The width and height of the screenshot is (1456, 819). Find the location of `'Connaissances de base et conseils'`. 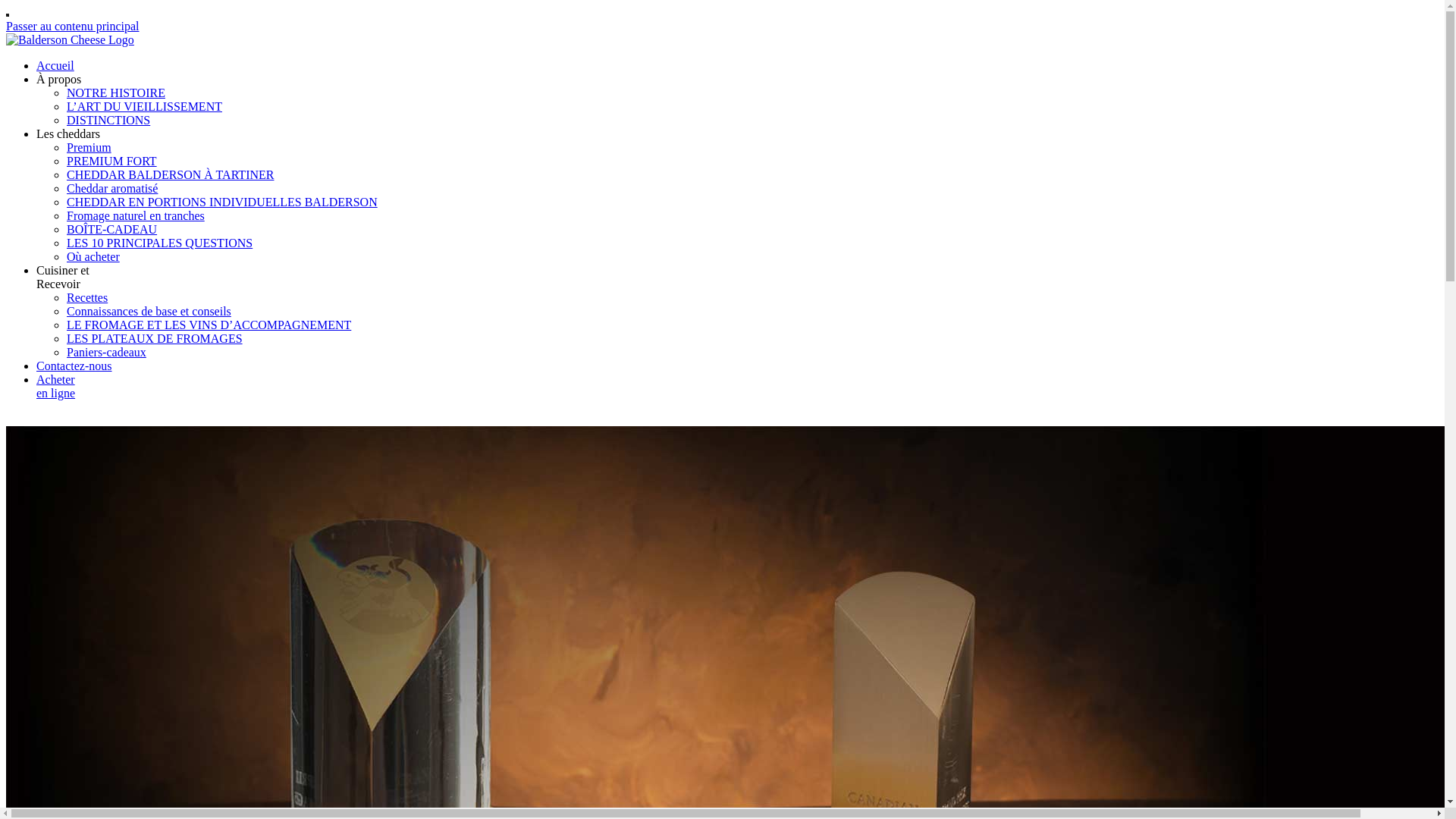

'Connaissances de base et conseils' is located at coordinates (149, 310).